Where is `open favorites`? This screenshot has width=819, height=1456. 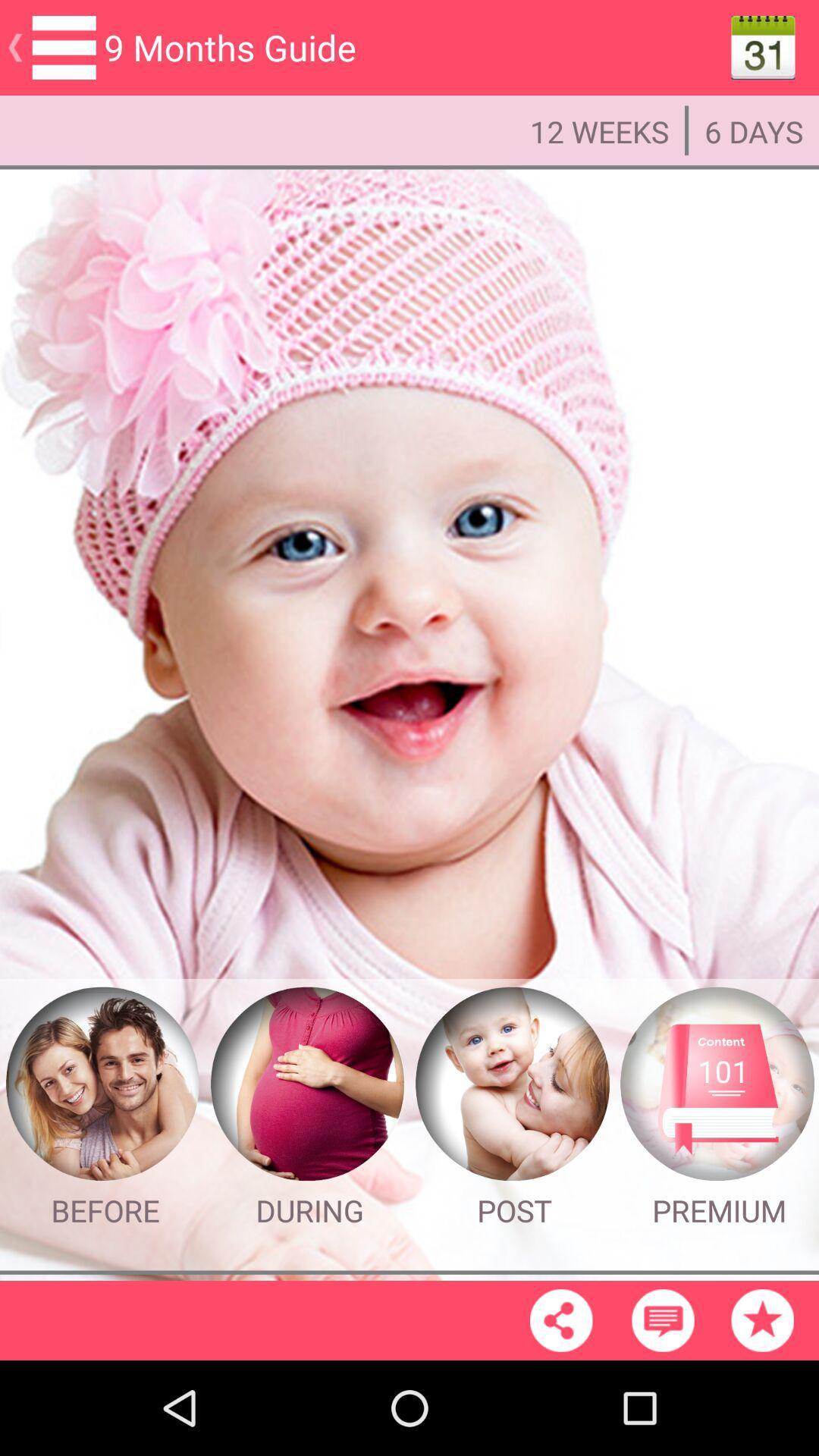
open favorites is located at coordinates (762, 1319).